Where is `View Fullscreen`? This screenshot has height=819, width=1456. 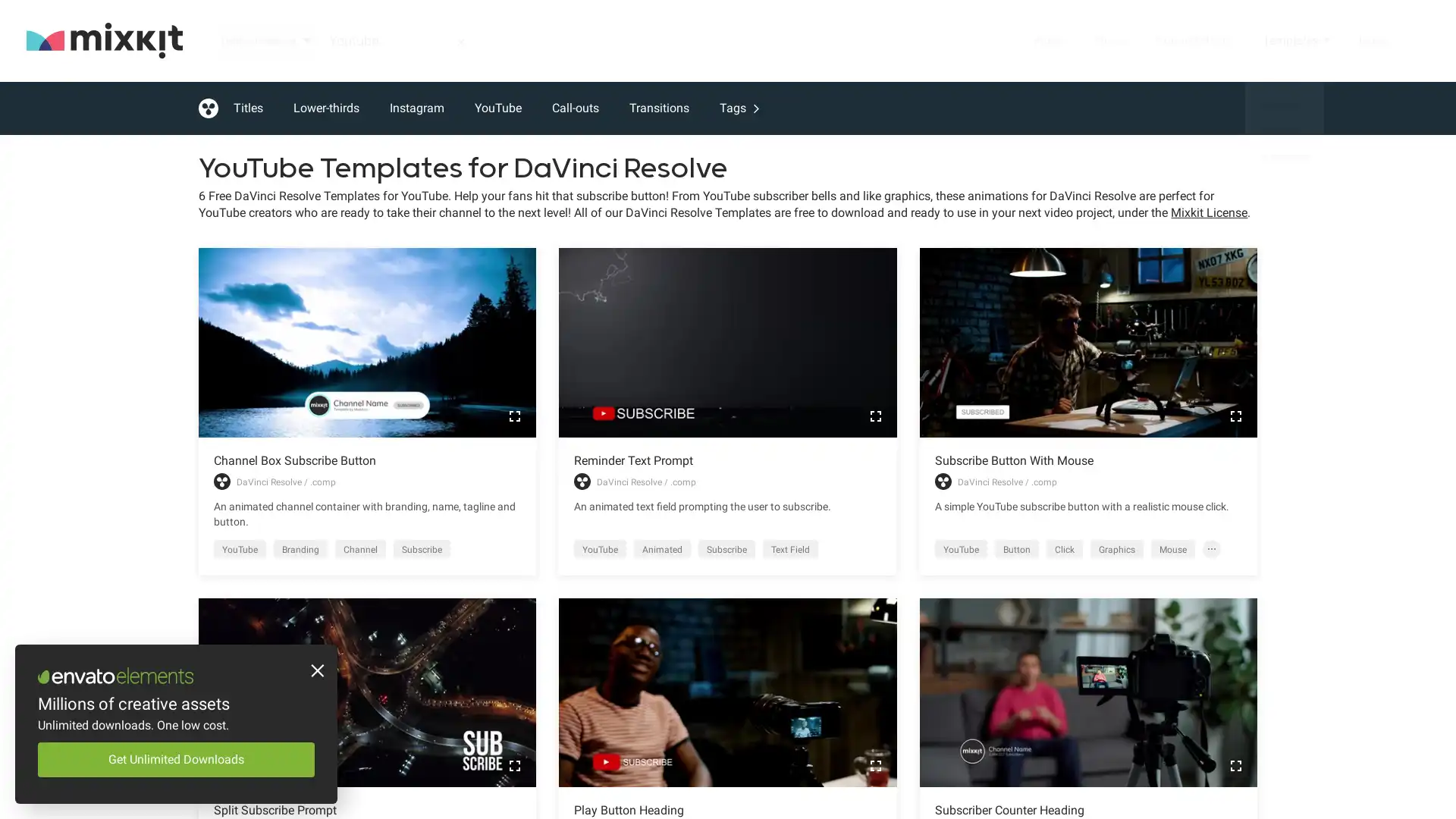
View Fullscreen is located at coordinates (1235, 415).